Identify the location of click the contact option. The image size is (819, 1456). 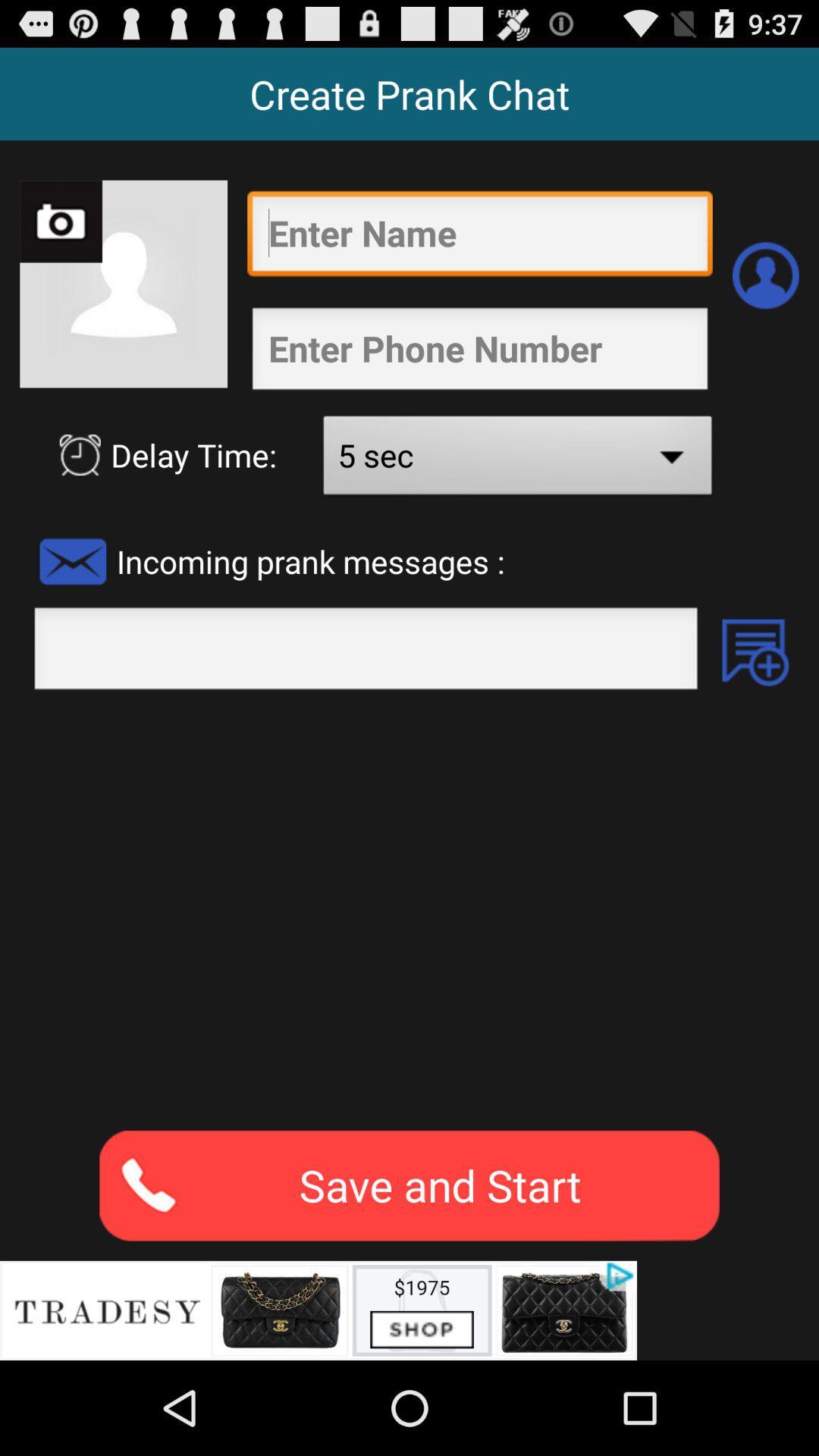
(765, 275).